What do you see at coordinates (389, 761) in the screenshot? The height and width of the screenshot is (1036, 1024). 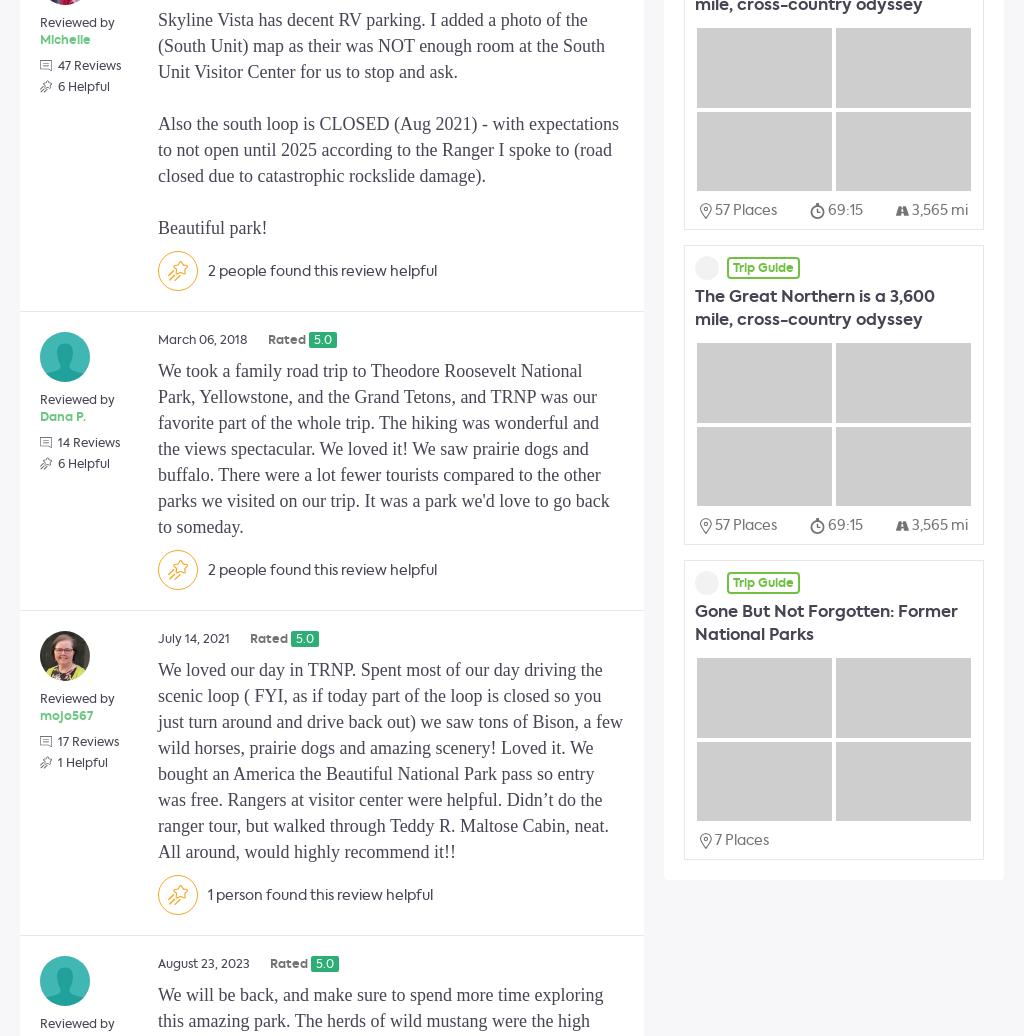 I see `'We loved our day in TRNP. Spent most of our day driving the scenic loop ( FYI, as if today part of the loop is closed so you just turn around and drive back out) we saw tons of Bison, a few wild horses, prairie dogs and amazing scenery! Loved it. We bought an America the Beautiful National Park pass so entry was free. Rangers at visitor center were helpful. Didn’t do the ranger tour, but walked through Teddy R. Maltose Cabin, neat. All around, would highly recommend it!!'` at bounding box center [389, 761].